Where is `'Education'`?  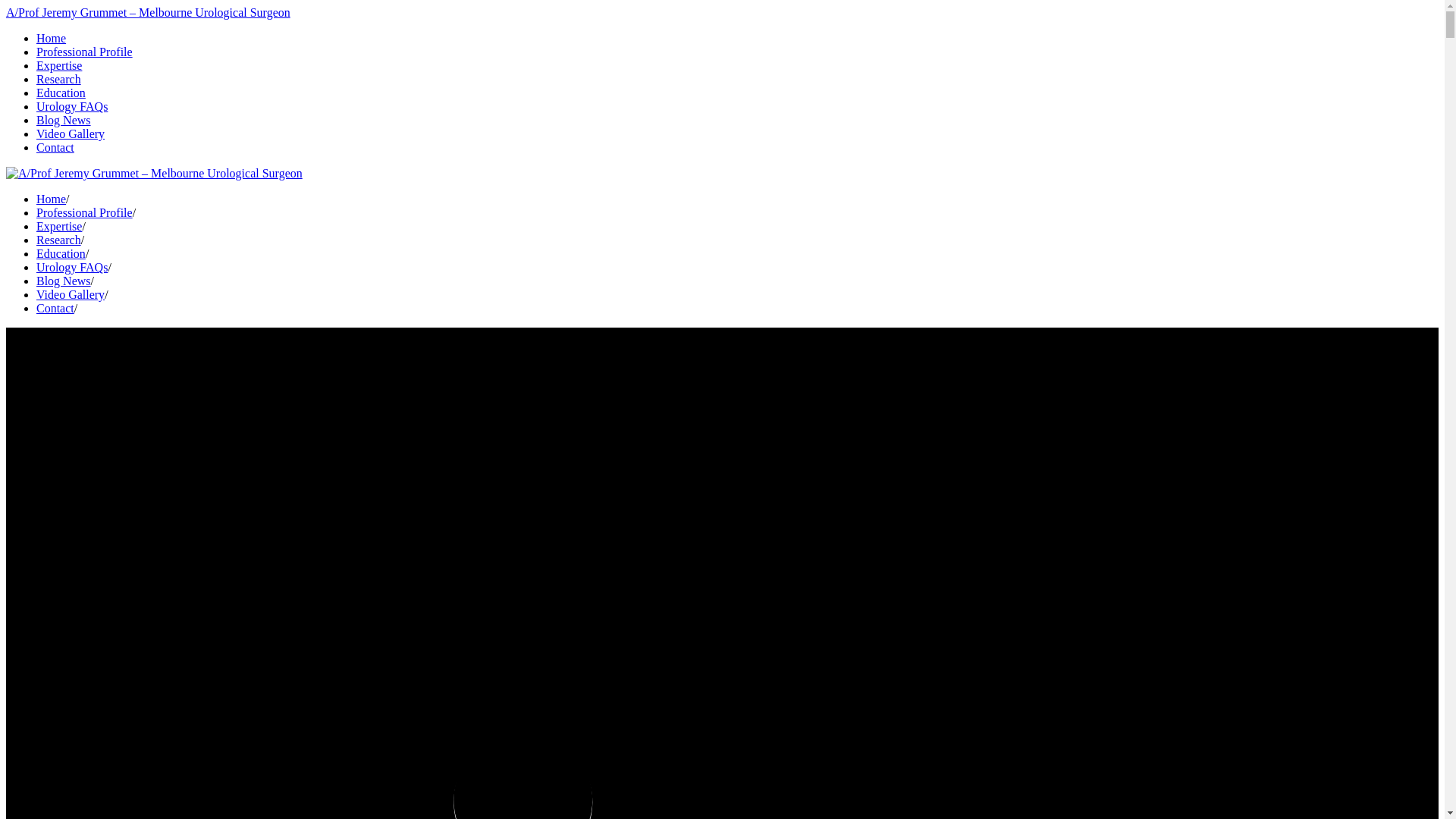 'Education' is located at coordinates (61, 253).